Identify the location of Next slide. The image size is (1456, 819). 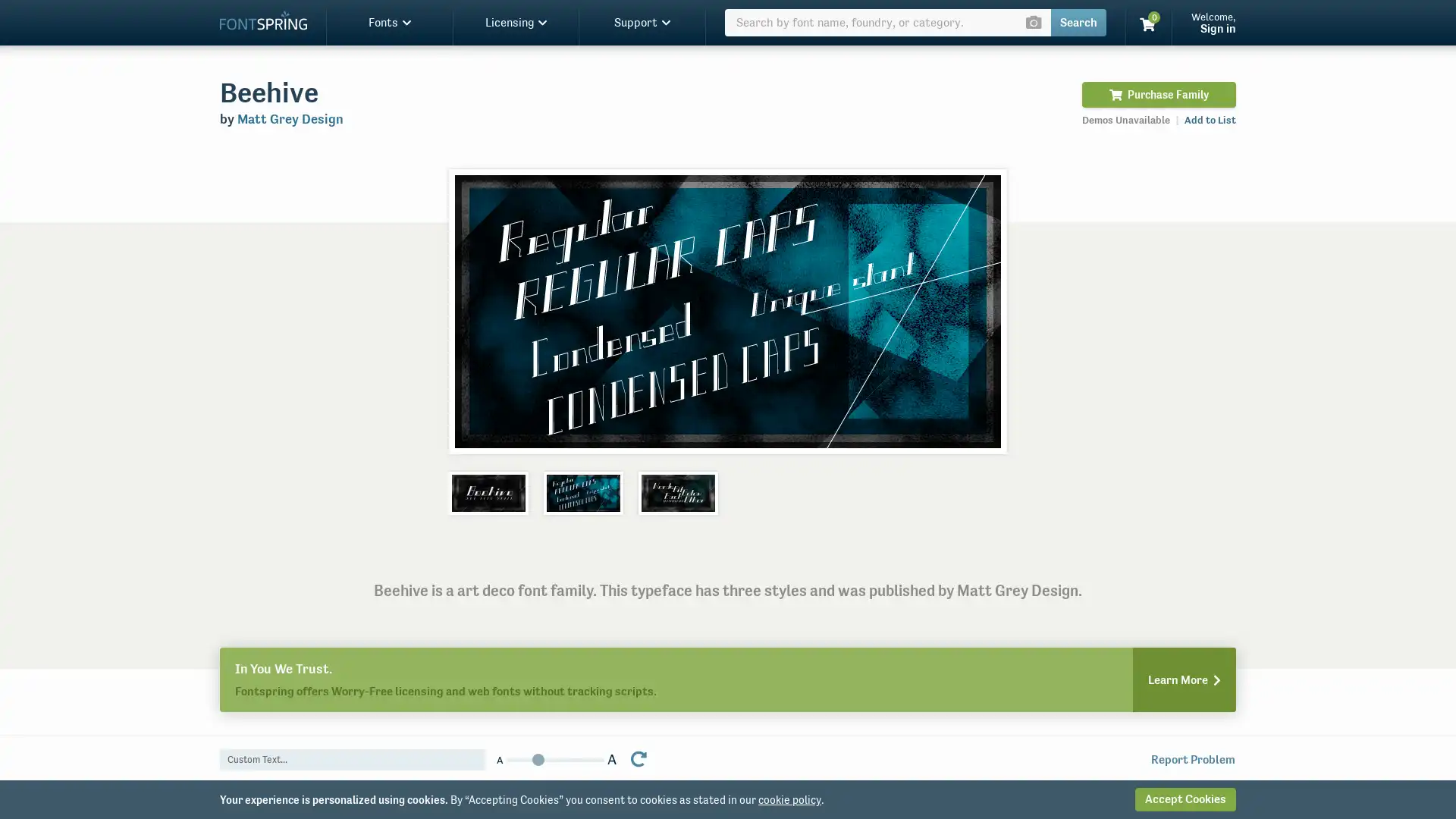
(978, 311).